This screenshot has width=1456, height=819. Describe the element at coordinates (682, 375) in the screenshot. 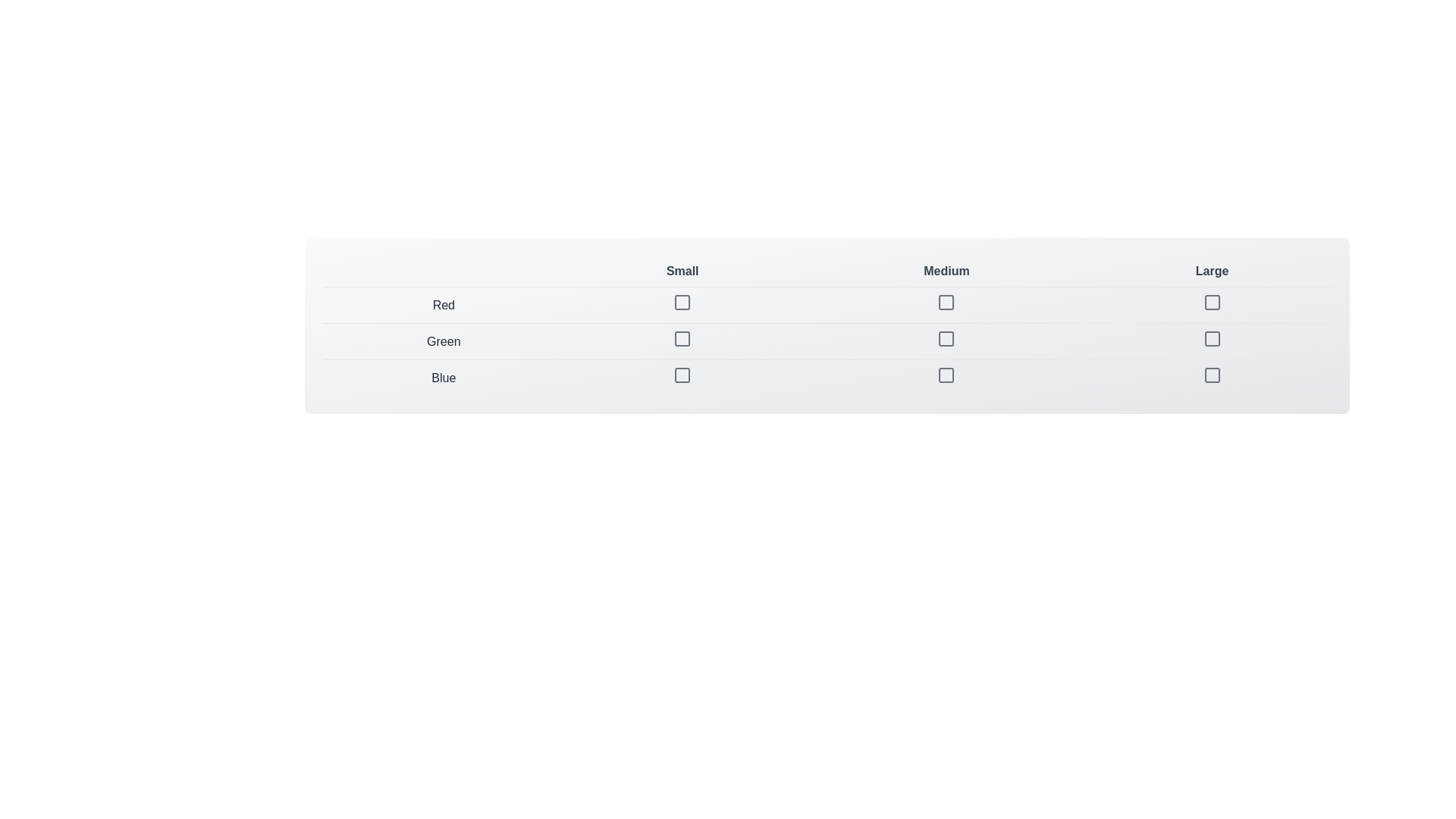

I see `the small square checkbox with a light gray background located in the third row labeled 'Blue' under the 'Small' column` at that location.